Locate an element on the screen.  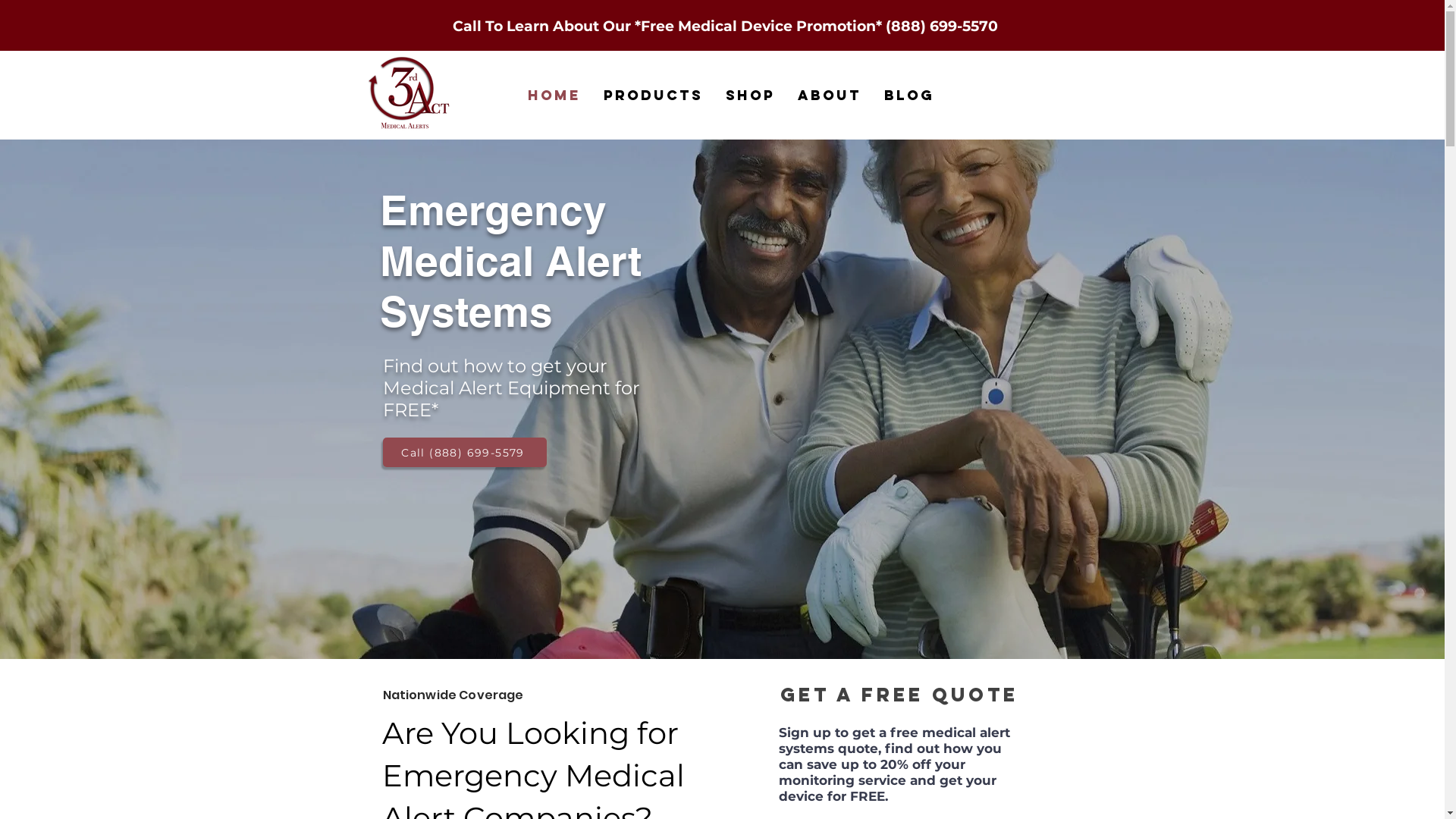
'Shop' is located at coordinates (713, 95).